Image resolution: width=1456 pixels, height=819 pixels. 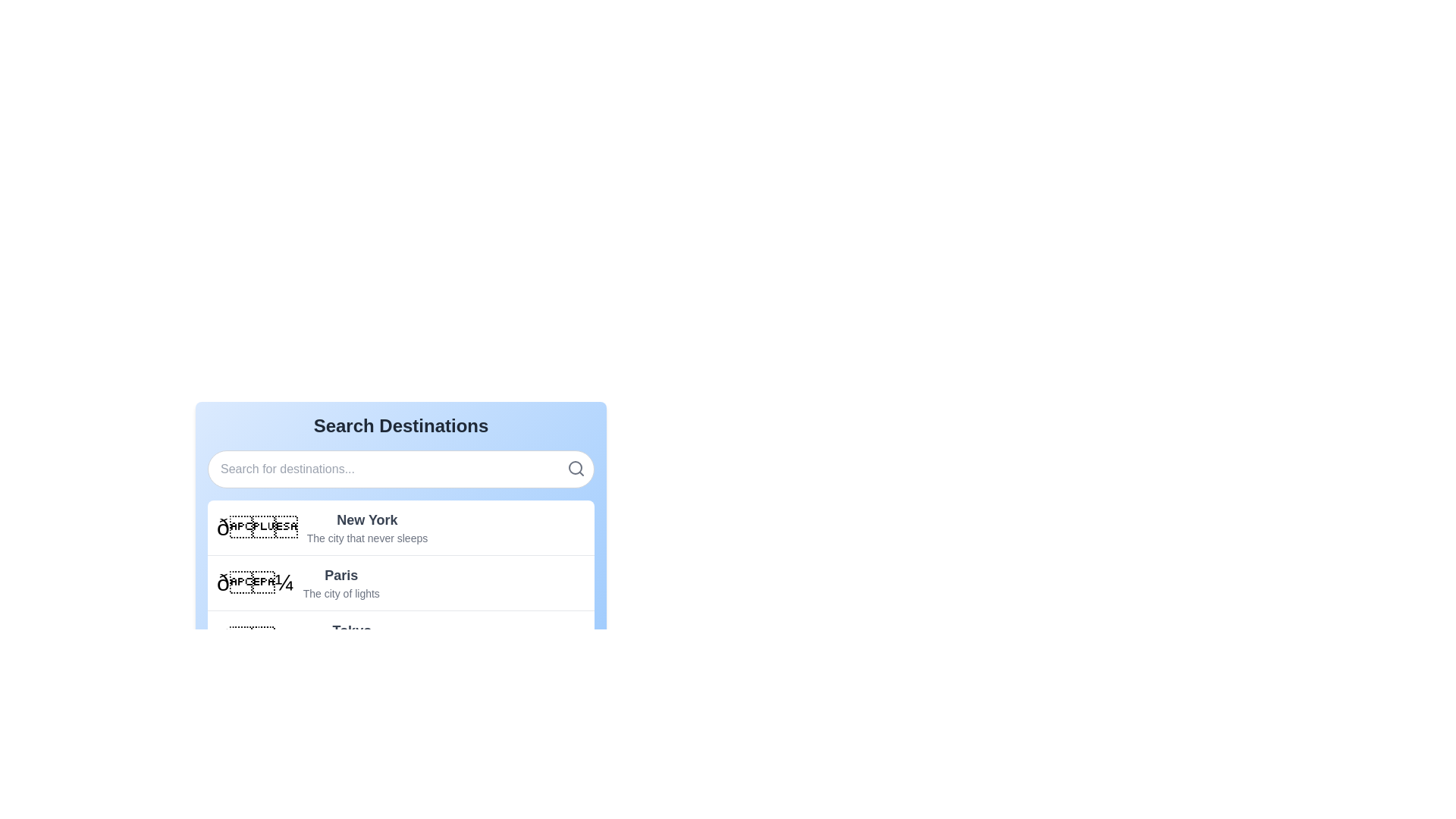 I want to click on the magnifying glass icon representing the search functionality located at the top right inside the search input field, so click(x=575, y=467).